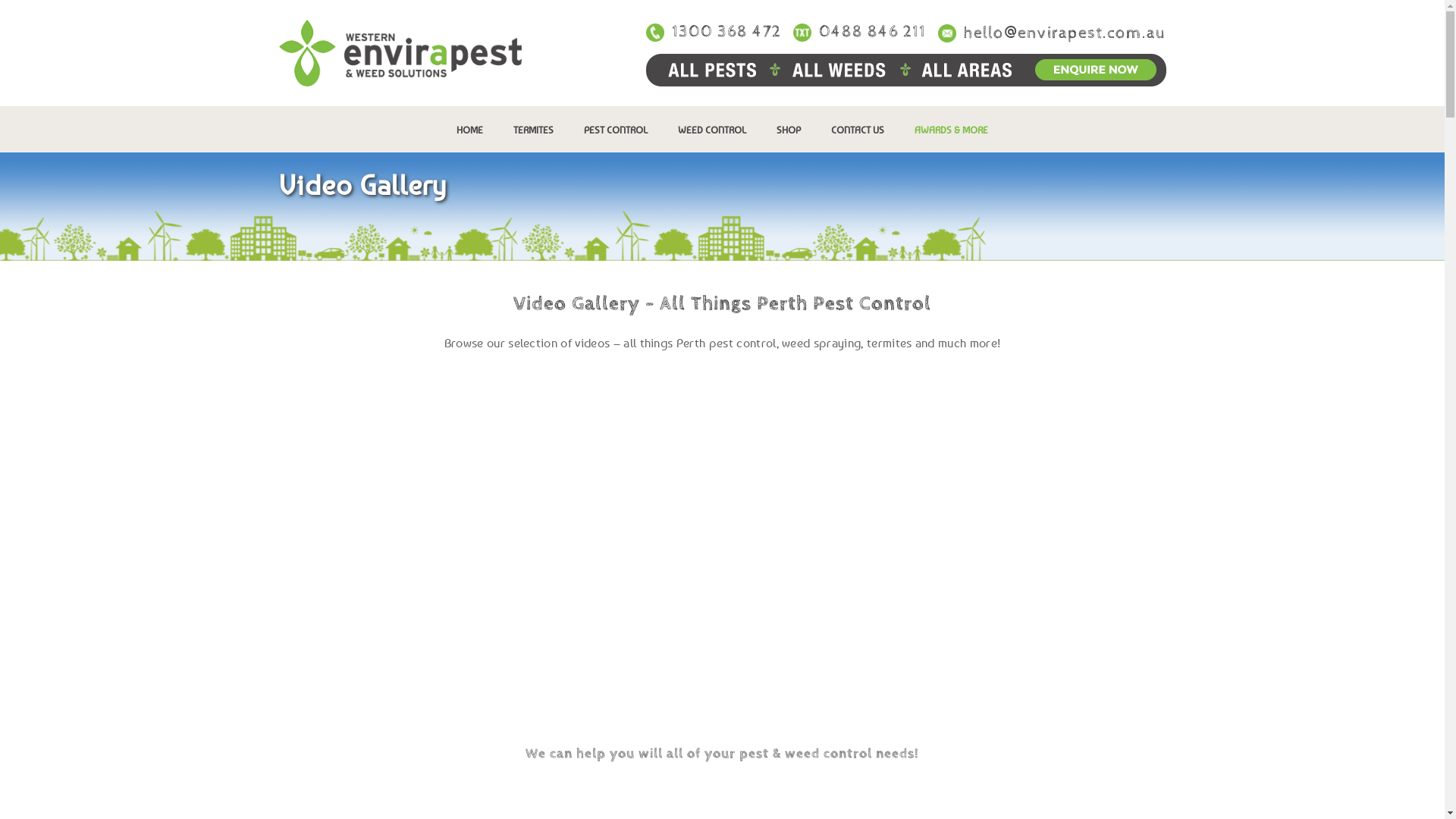 Image resolution: width=1456 pixels, height=819 pixels. Describe the element at coordinates (533, 128) in the screenshot. I see `'TERMITES'` at that location.